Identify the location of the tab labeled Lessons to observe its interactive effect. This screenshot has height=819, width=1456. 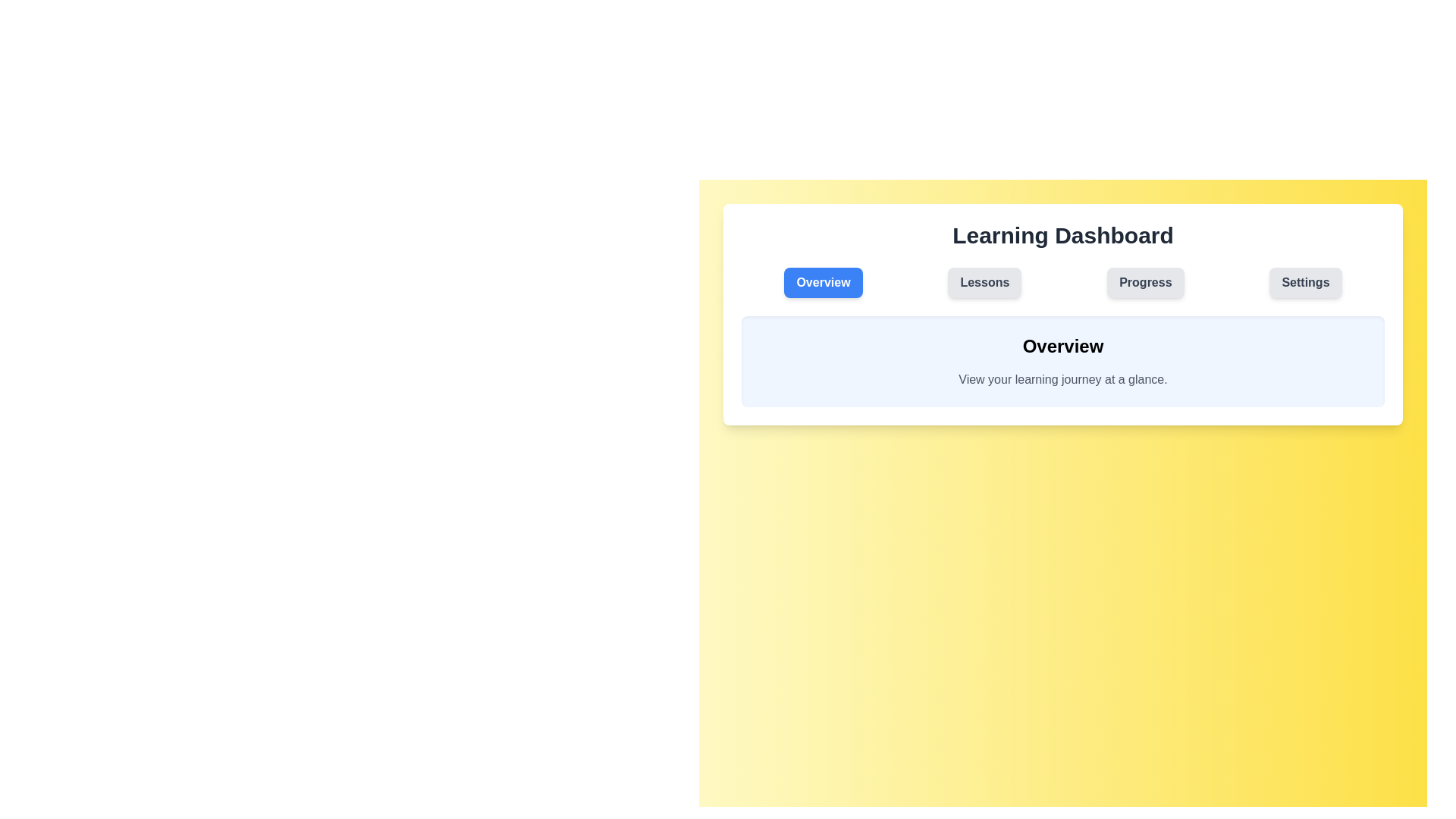
(984, 283).